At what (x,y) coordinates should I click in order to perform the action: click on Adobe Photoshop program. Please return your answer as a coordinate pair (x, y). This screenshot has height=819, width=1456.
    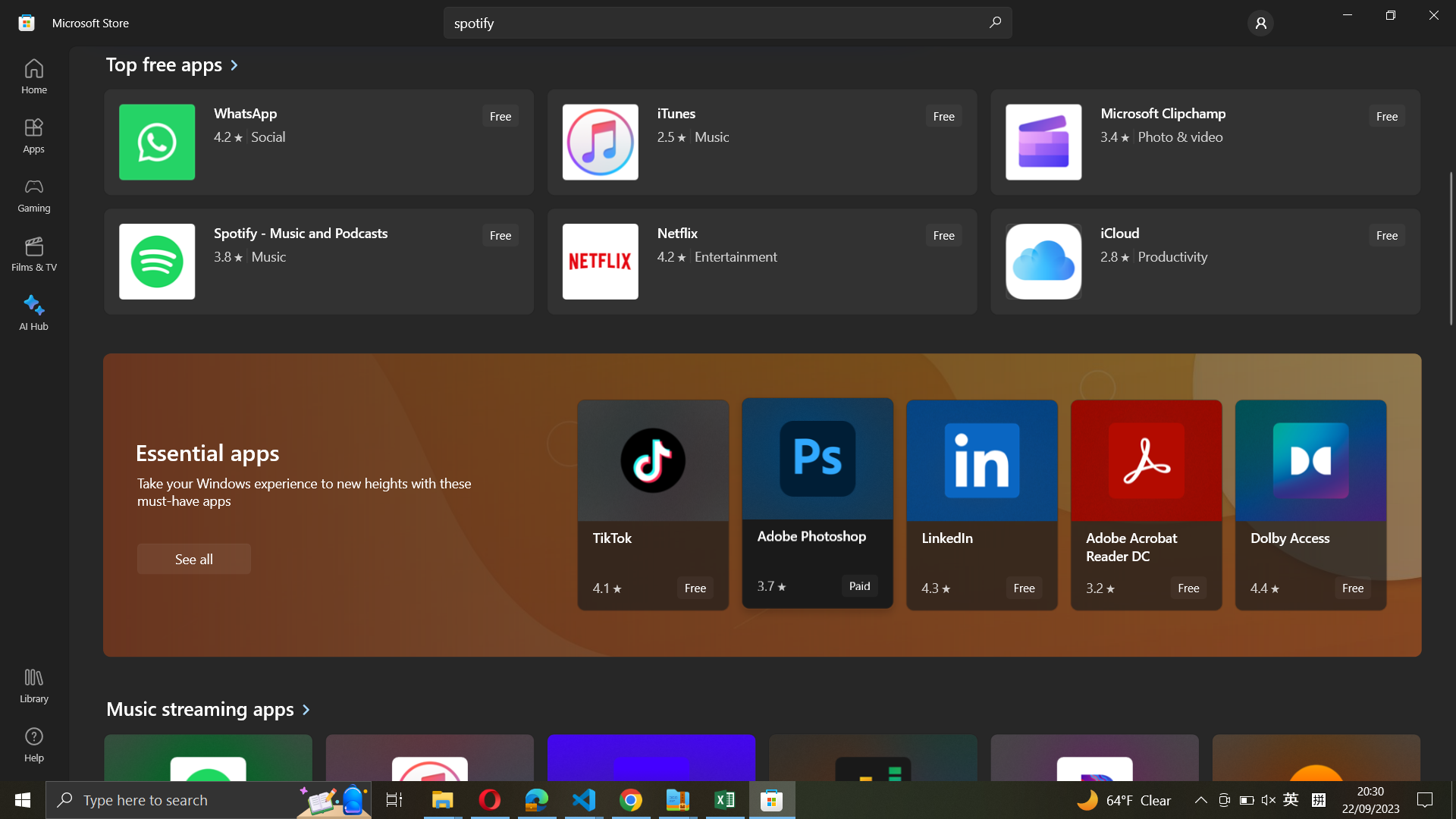
    Looking at the image, I should click on (1569568, 544635).